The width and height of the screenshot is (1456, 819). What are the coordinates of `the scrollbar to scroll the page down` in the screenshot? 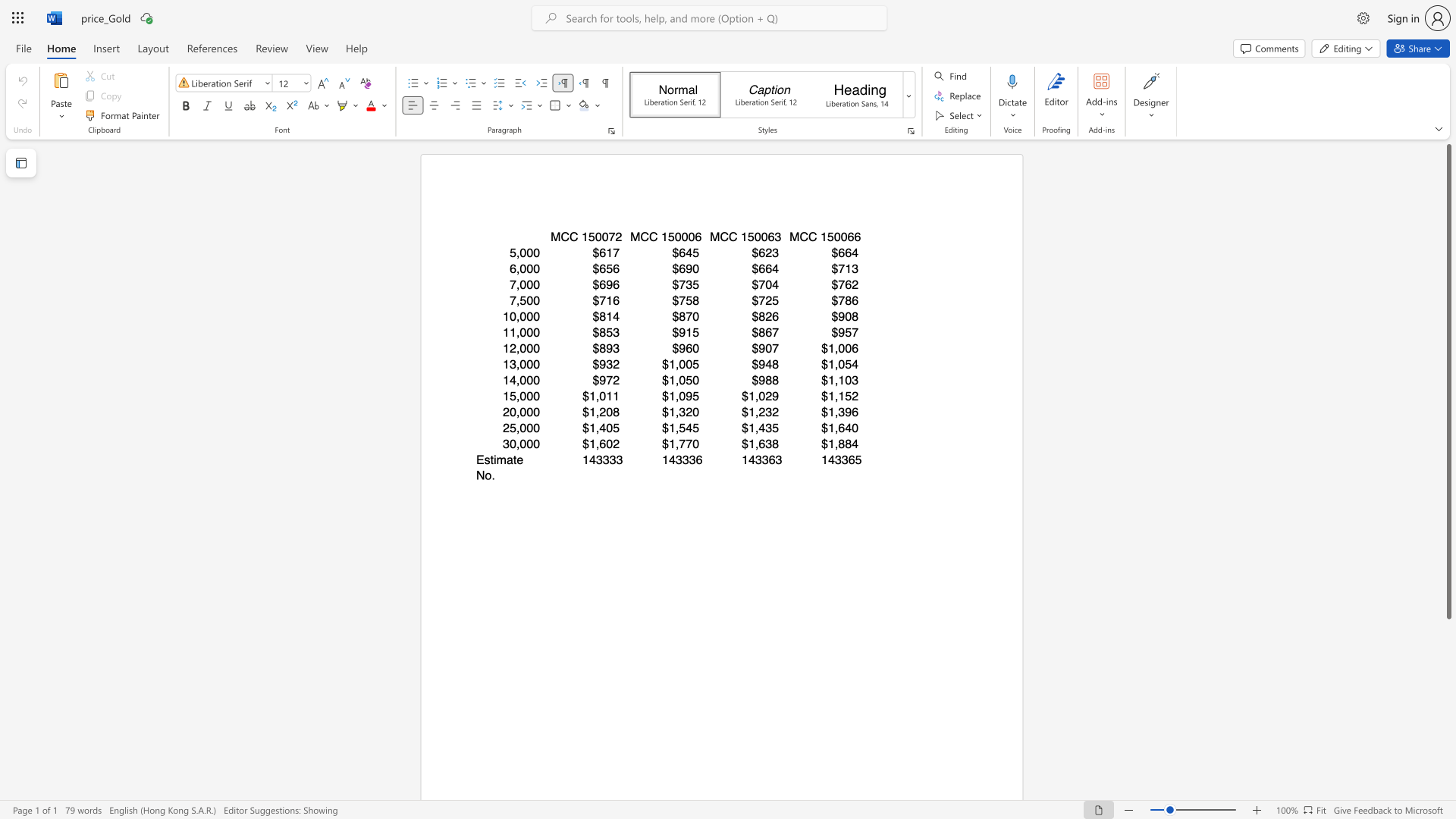 It's located at (1448, 629).